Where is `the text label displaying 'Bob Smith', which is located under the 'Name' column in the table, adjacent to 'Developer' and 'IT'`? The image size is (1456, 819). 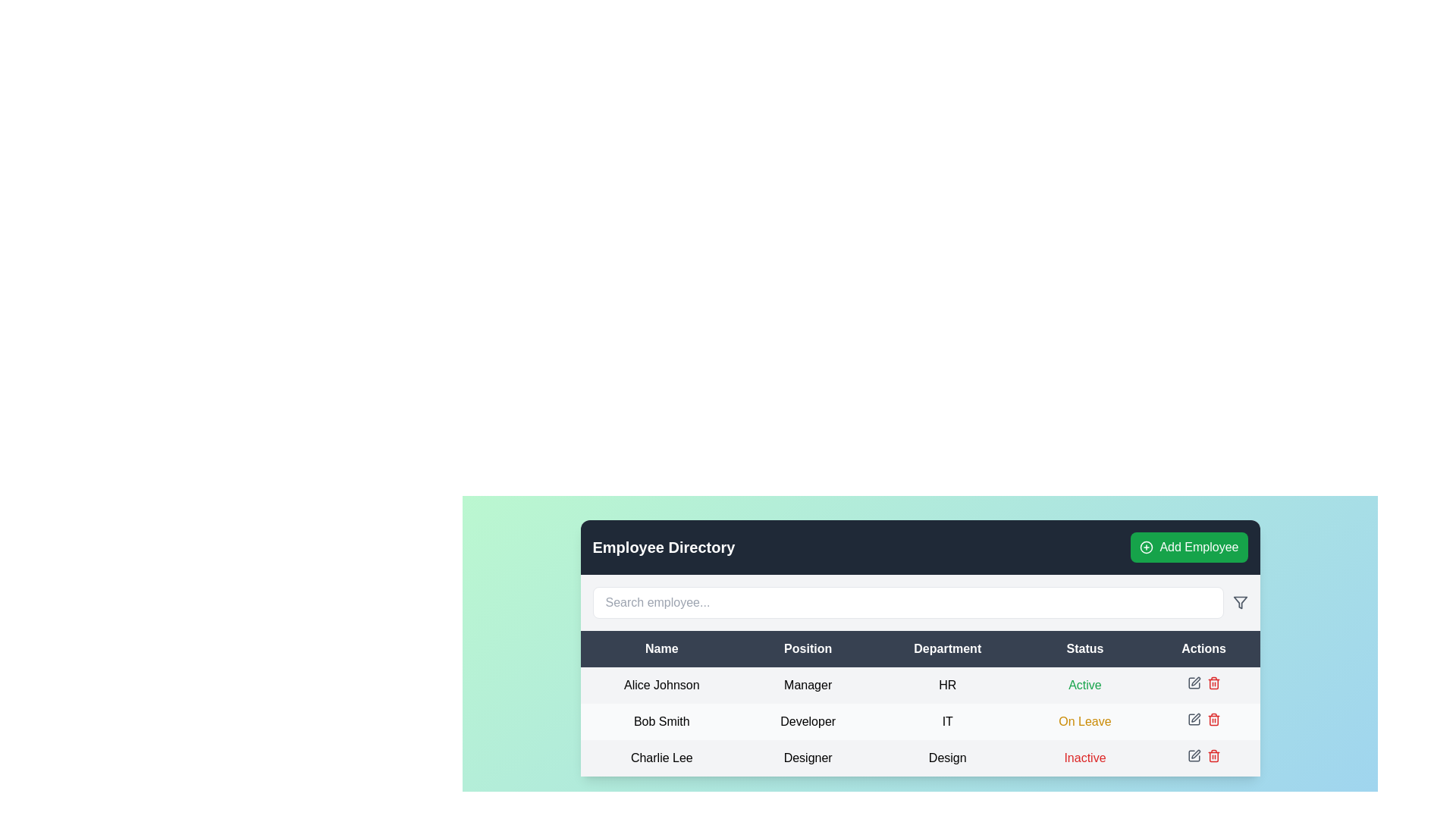
the text label displaying 'Bob Smith', which is located under the 'Name' column in the table, adjacent to 'Developer' and 'IT' is located at coordinates (661, 721).